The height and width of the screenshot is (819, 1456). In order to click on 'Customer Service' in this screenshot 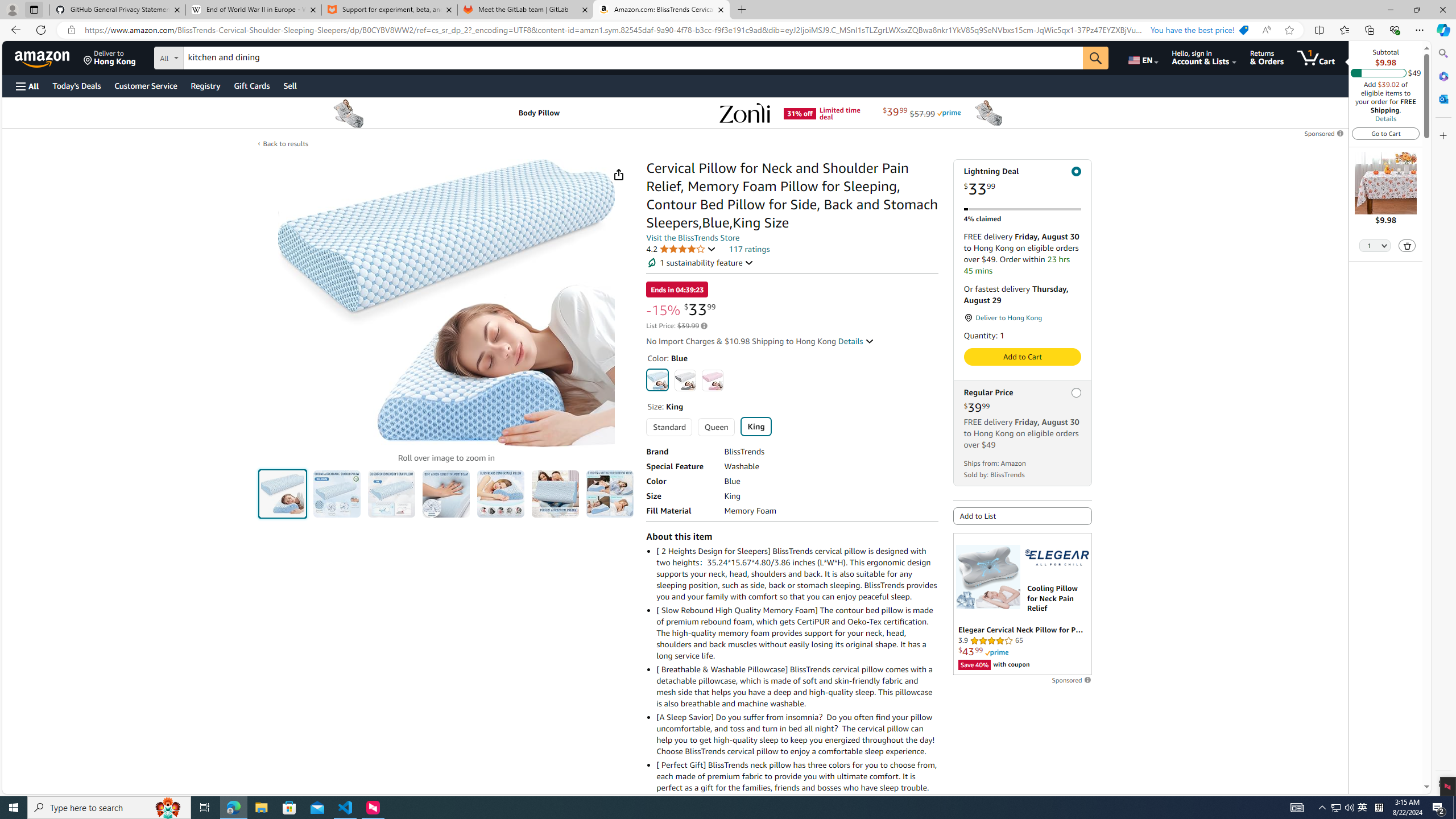, I will do `click(146, 85)`.